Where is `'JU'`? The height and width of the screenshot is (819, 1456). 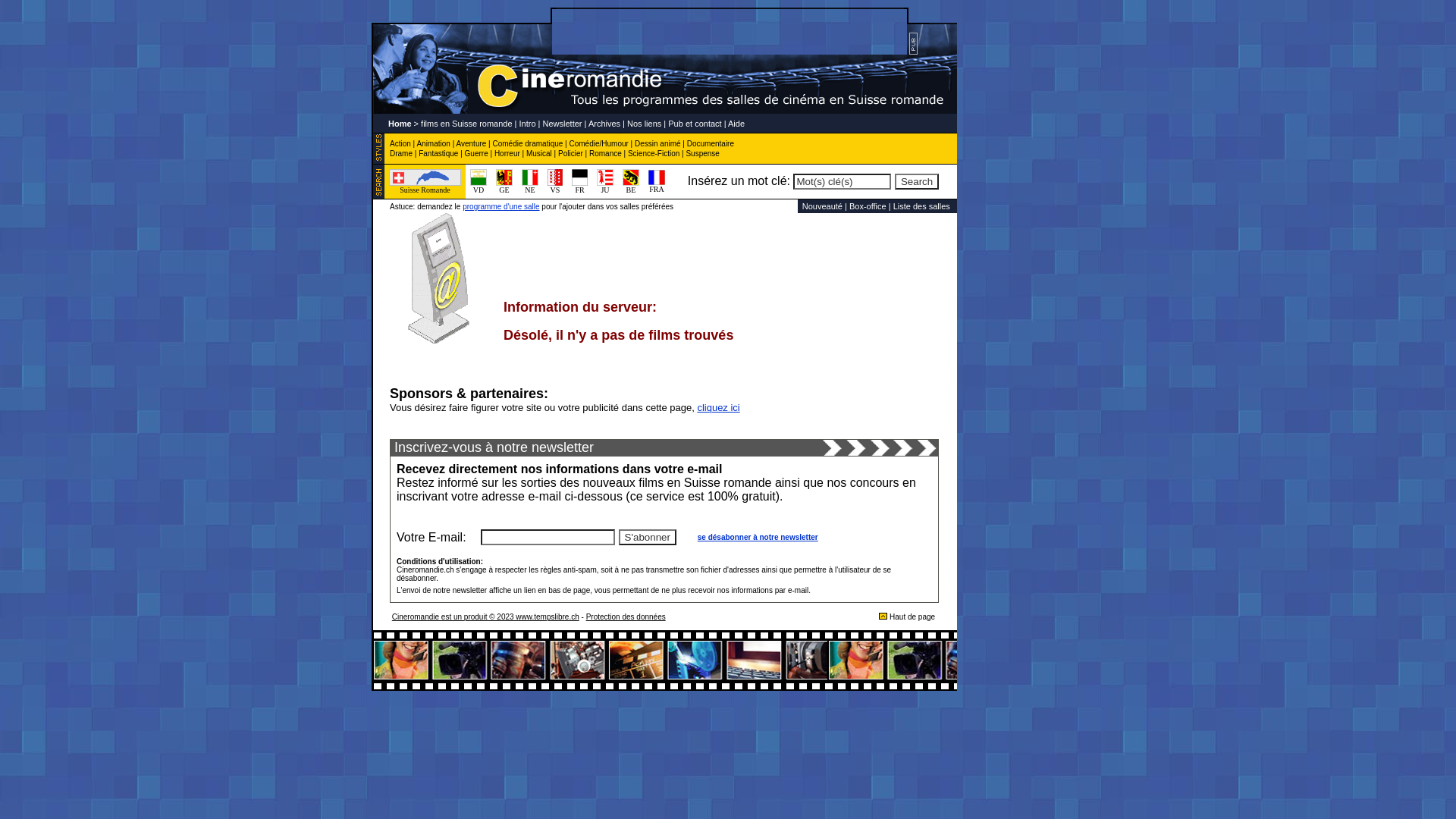
'JU' is located at coordinates (604, 186).